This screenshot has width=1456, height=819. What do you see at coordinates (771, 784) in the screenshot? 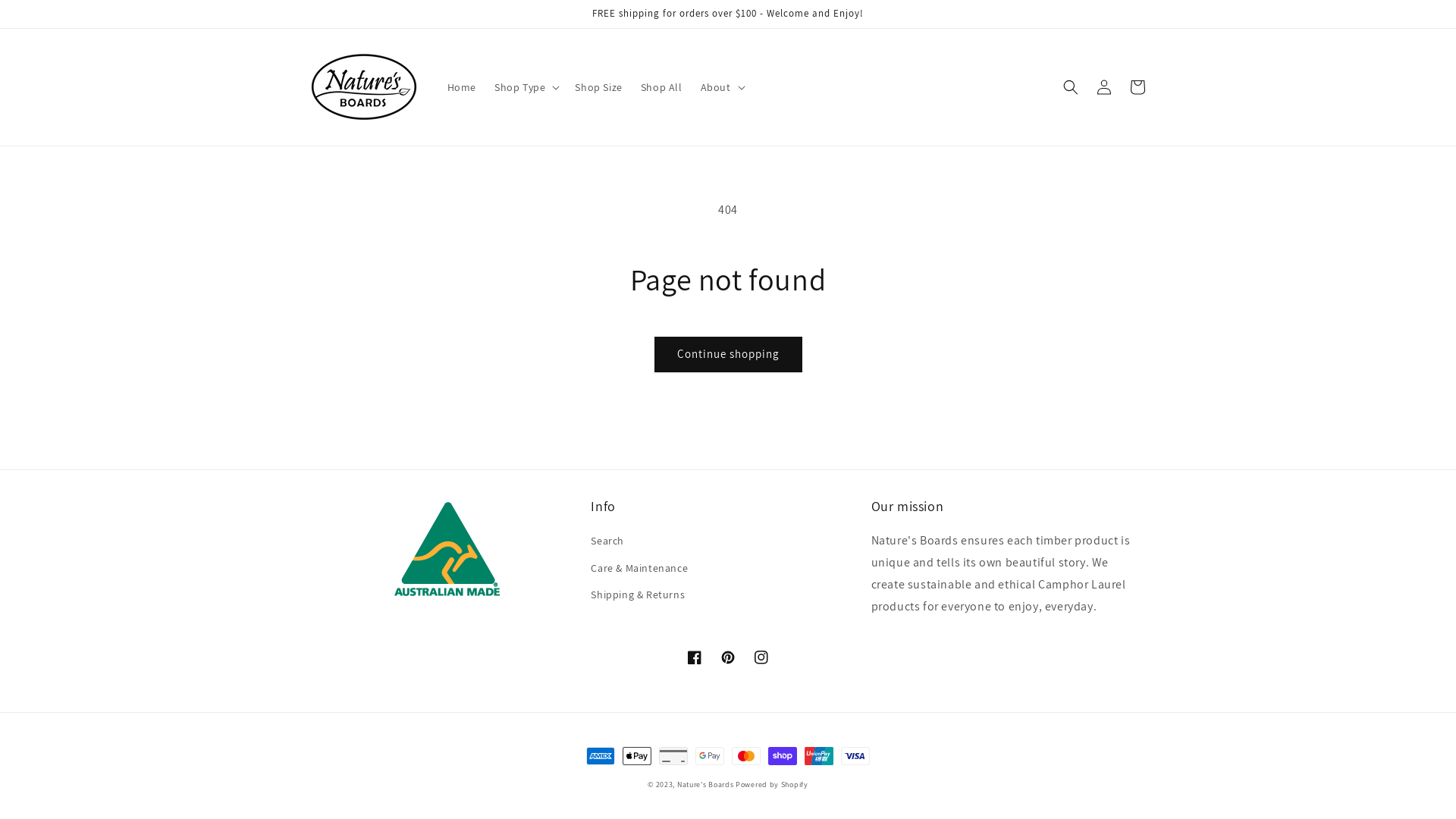
I see `'Powered by Shopify'` at bounding box center [771, 784].